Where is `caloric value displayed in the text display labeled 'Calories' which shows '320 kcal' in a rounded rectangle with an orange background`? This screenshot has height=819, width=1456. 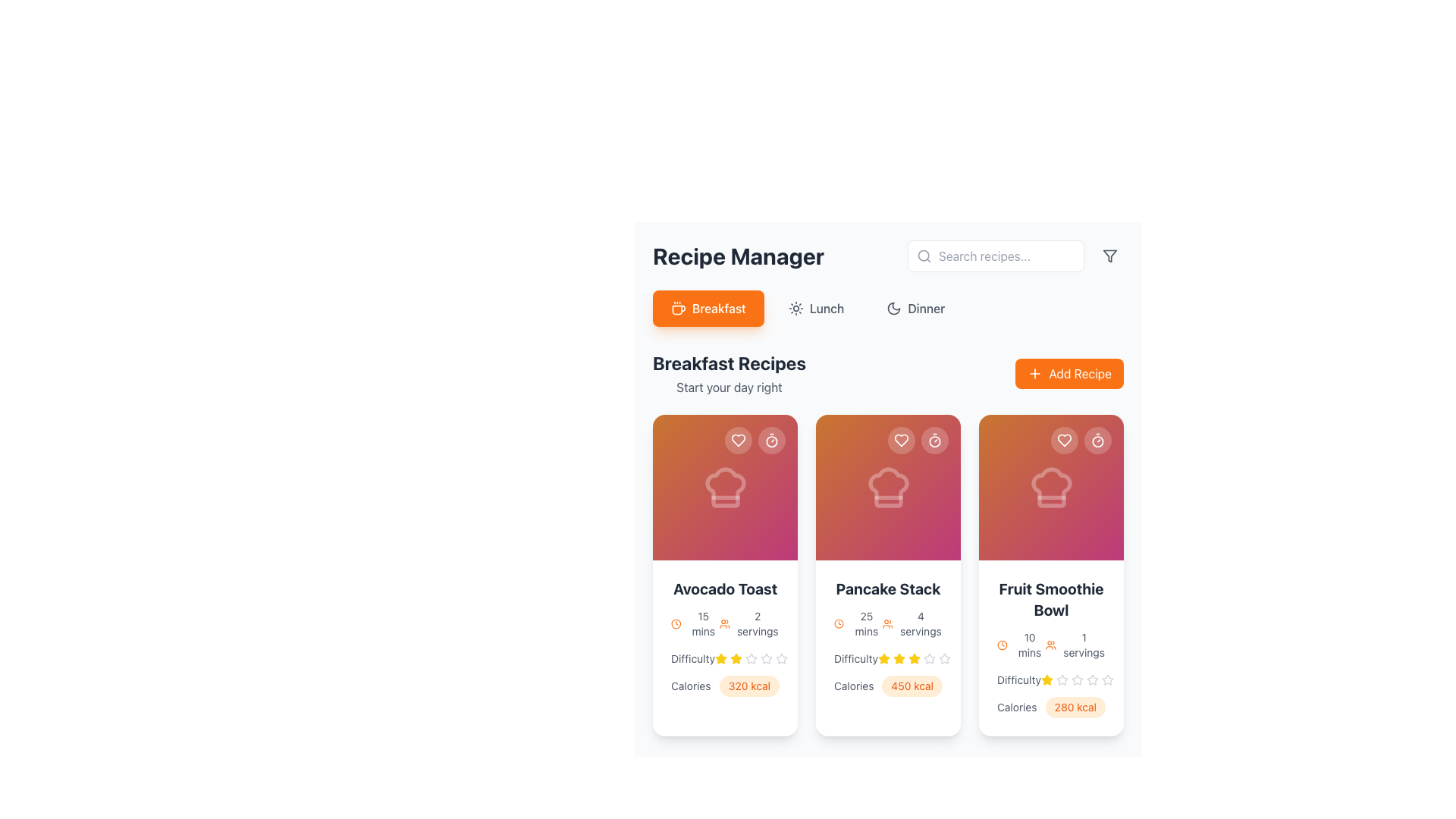
caloric value displayed in the text display labeled 'Calories' which shows '320 kcal' in a rounded rectangle with an orange background is located at coordinates (724, 673).